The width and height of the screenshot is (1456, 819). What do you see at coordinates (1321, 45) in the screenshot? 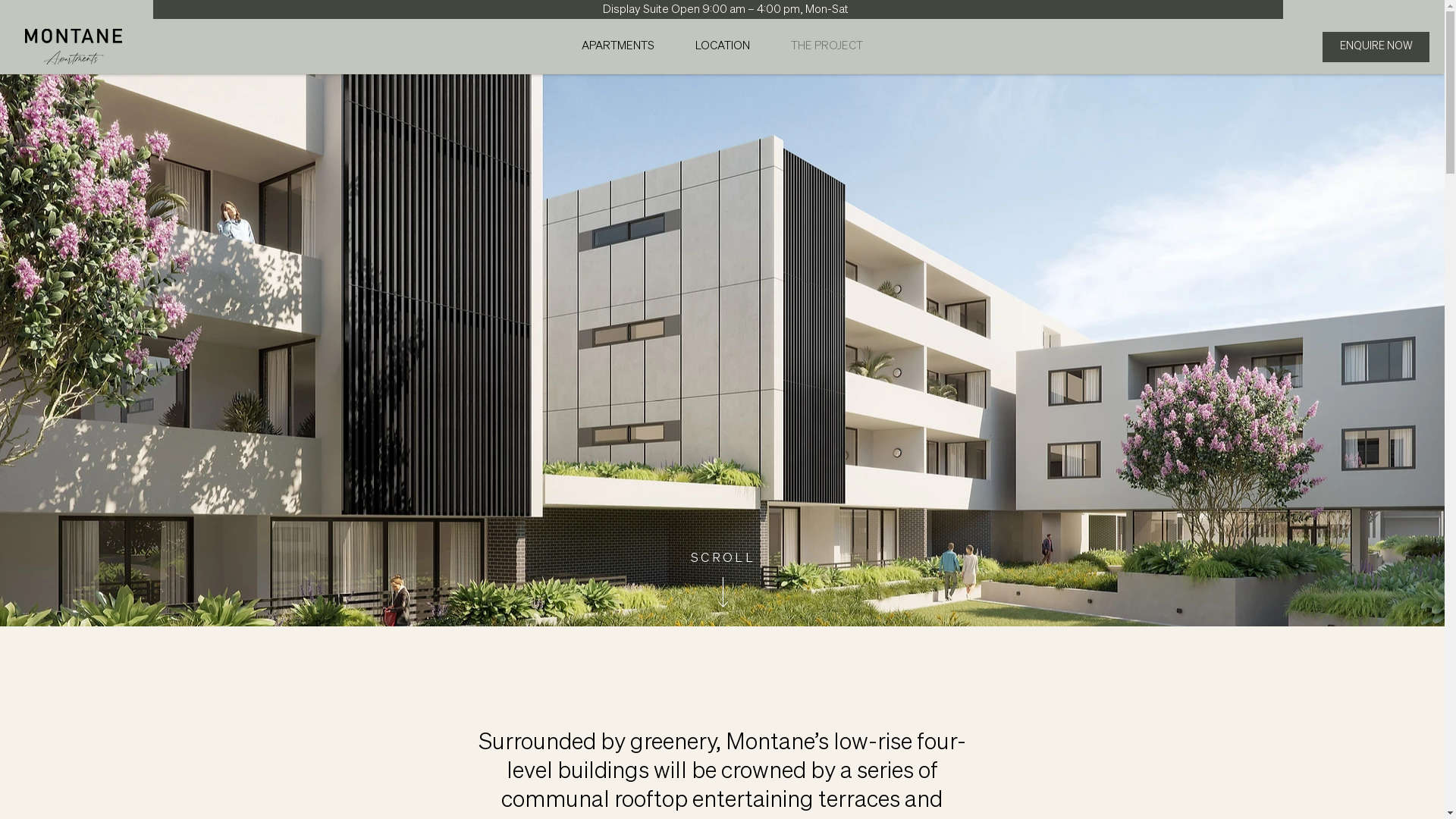
I see `'ENQUIRE NOW'` at bounding box center [1321, 45].